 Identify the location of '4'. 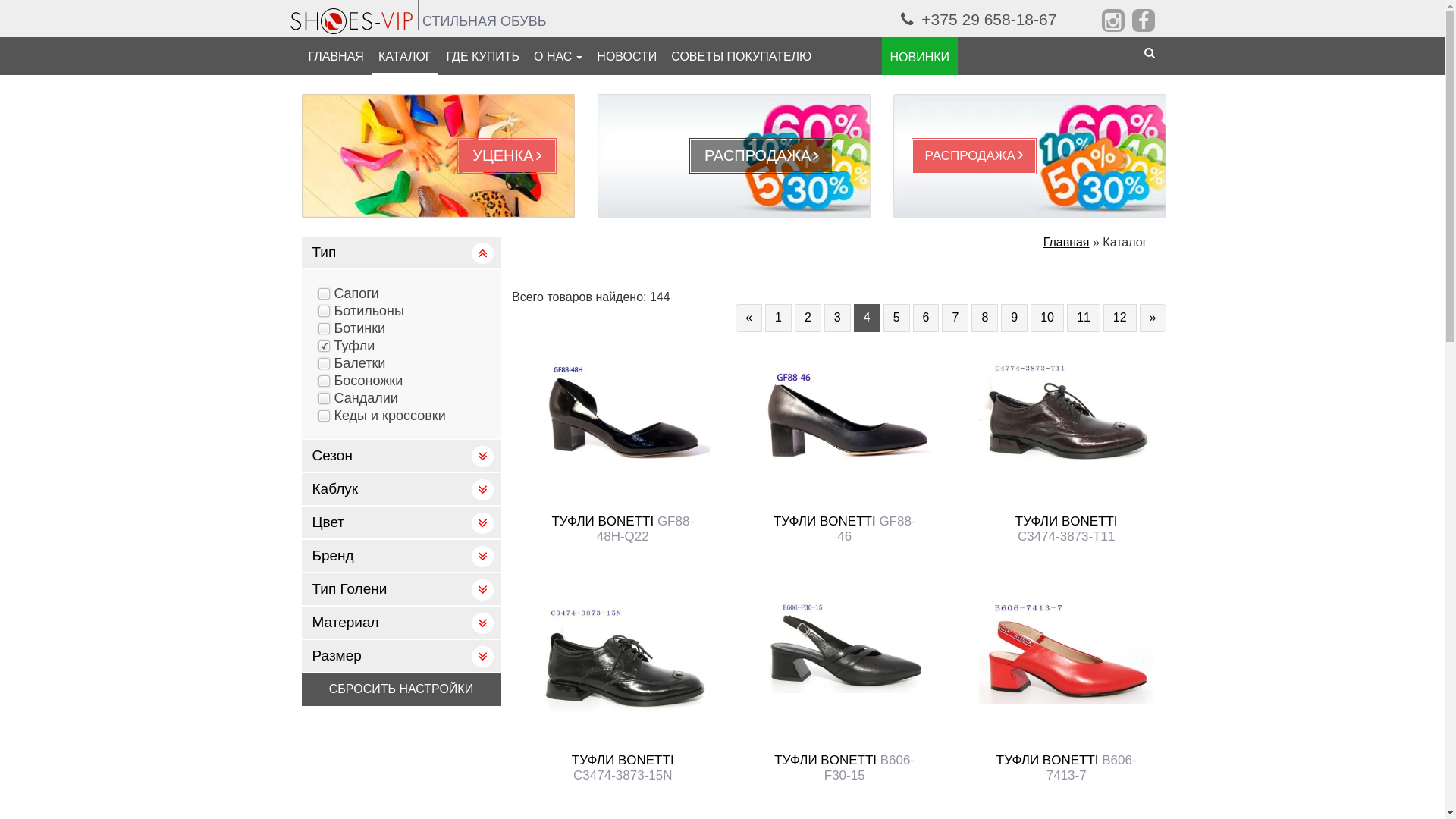
(867, 317).